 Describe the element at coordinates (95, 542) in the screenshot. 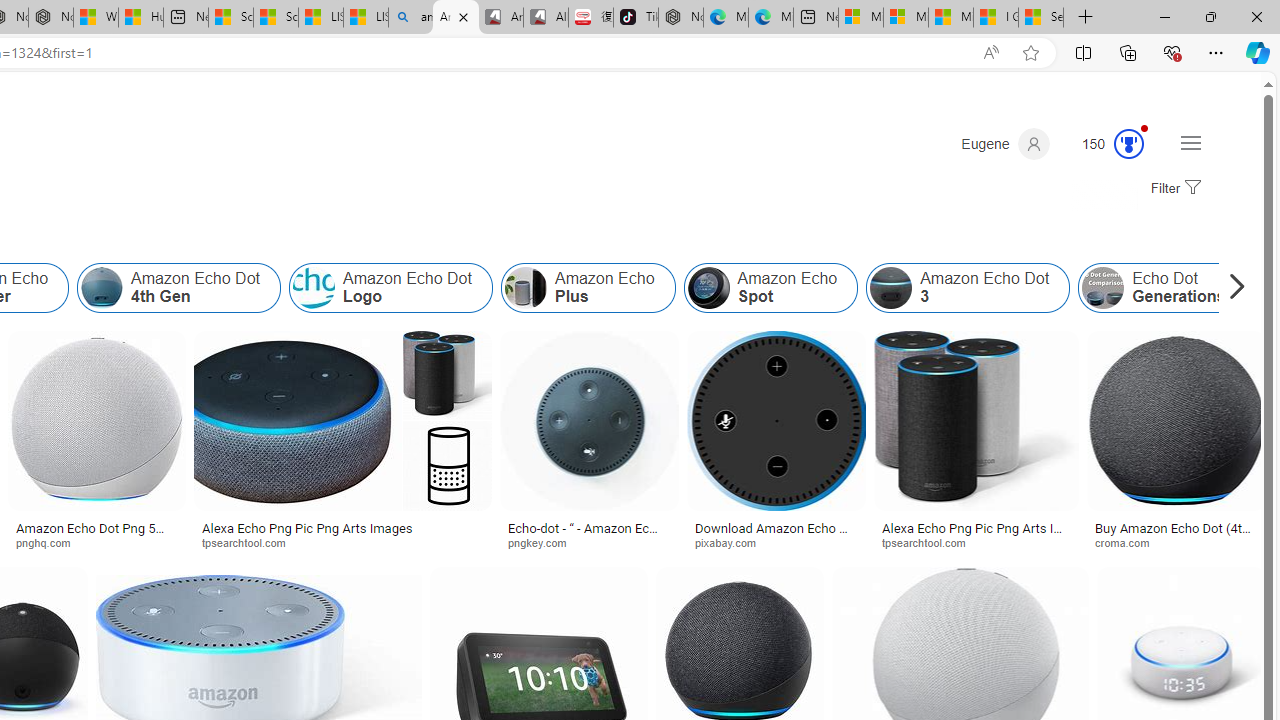

I see `'pnghq.com'` at that location.